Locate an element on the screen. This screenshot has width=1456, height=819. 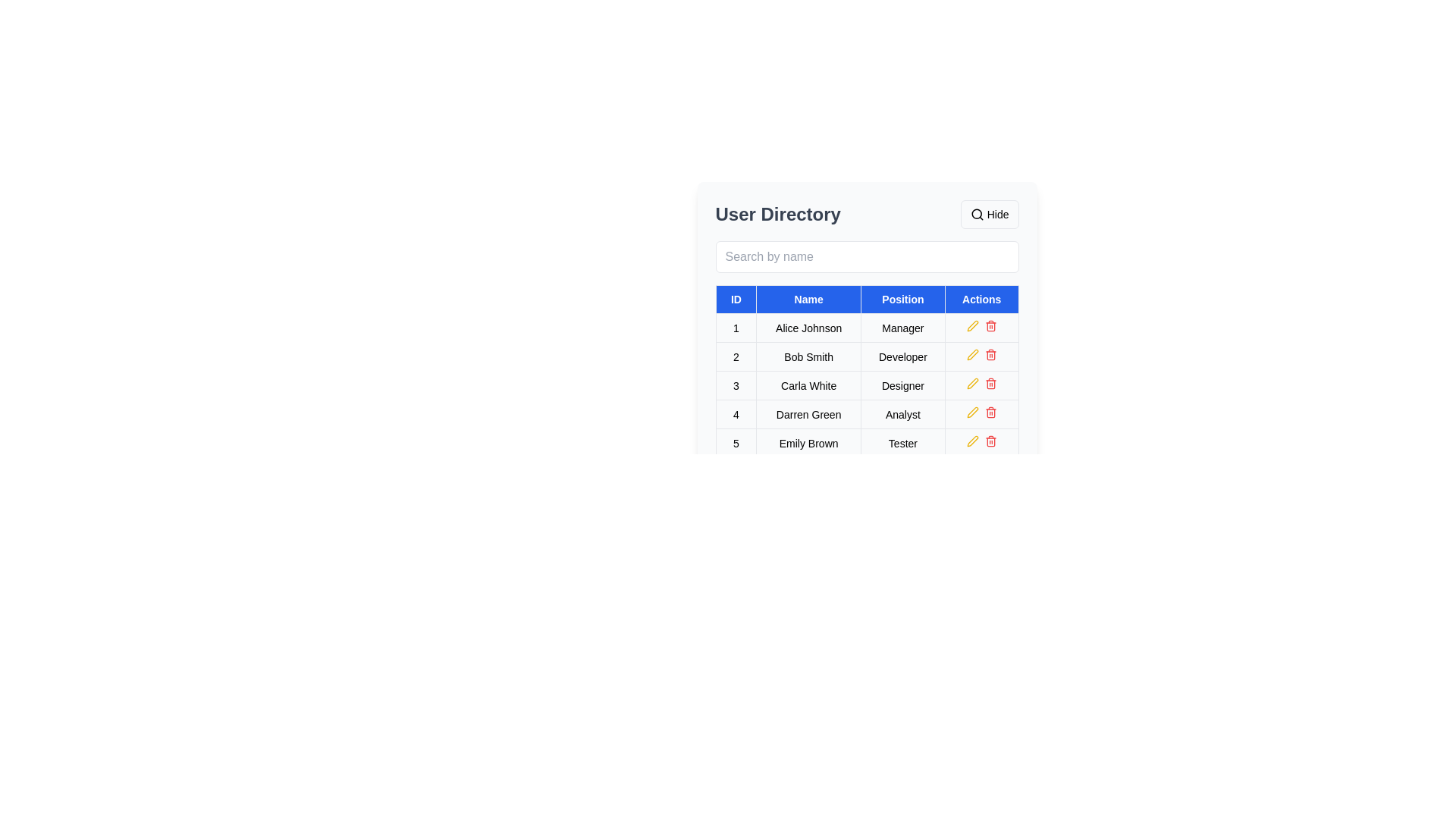
the table header cell with a blue background and white text reading 'Actions', located at the top-right corner of the table layout is located at coordinates (981, 299).